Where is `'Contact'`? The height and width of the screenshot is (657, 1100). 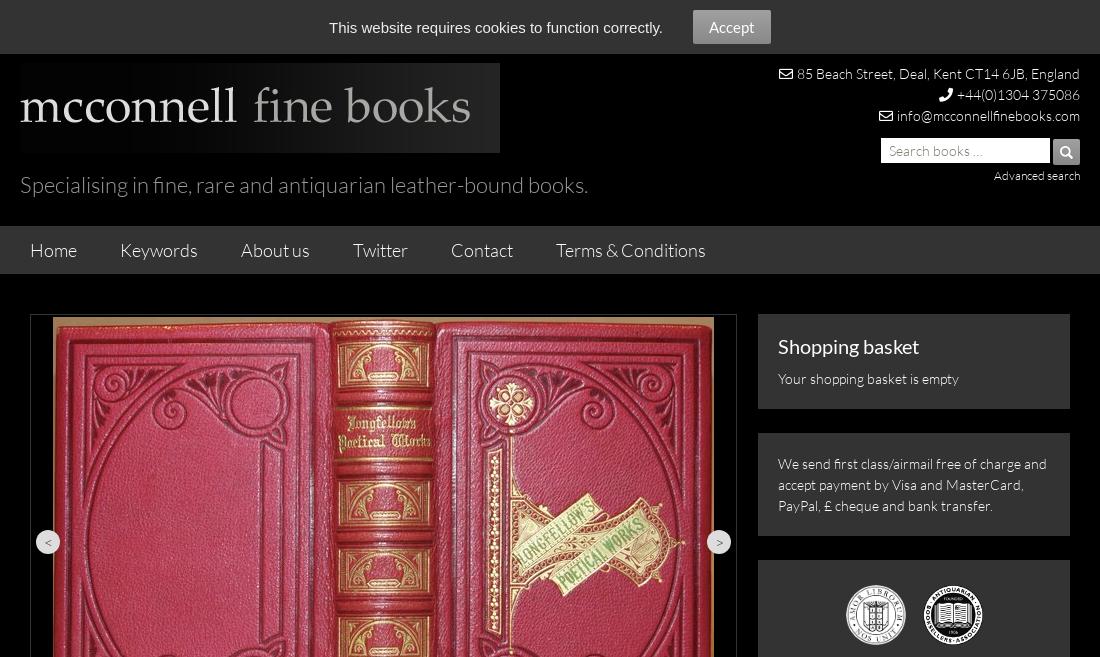
'Contact' is located at coordinates (482, 249).